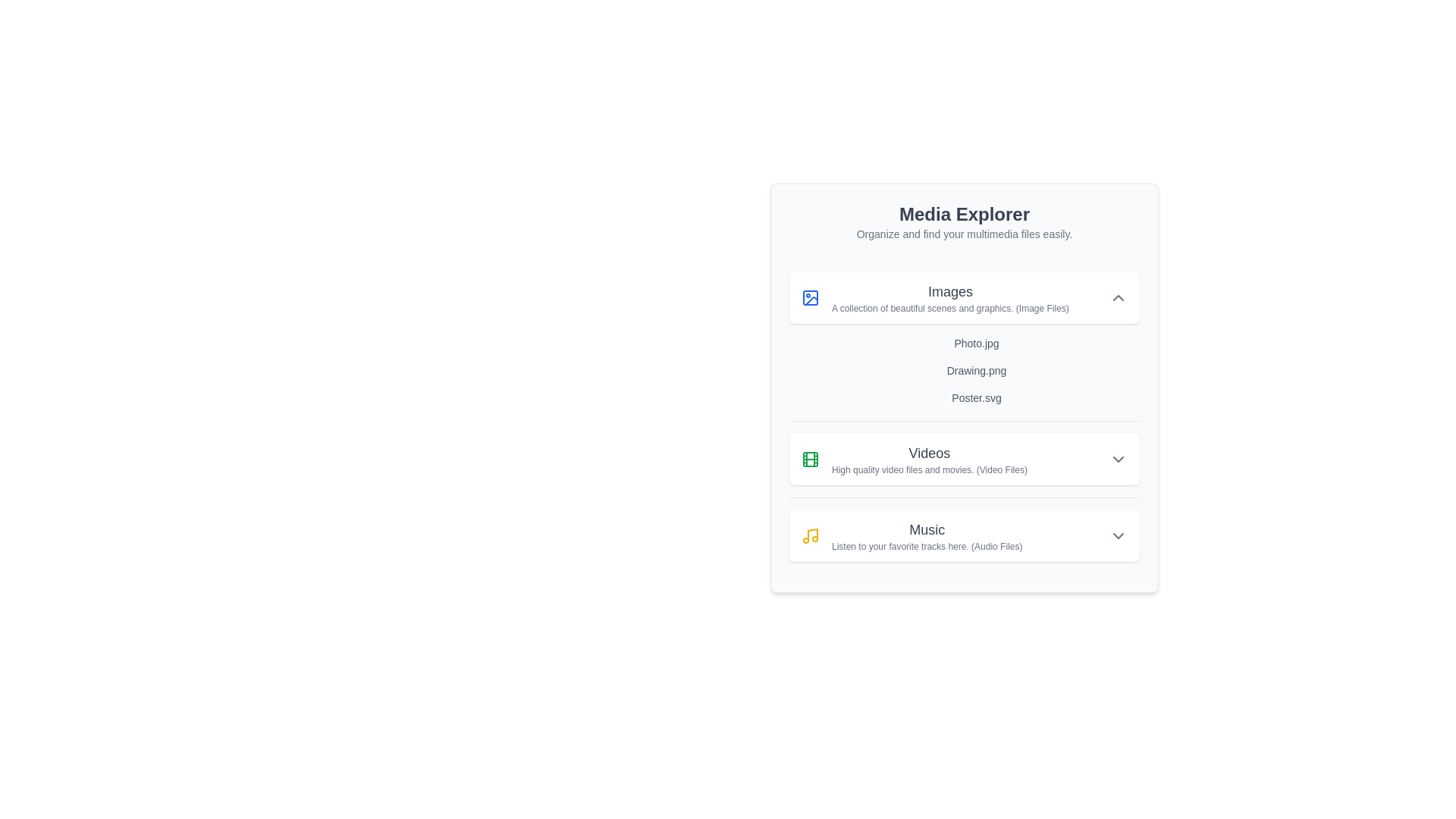 The height and width of the screenshot is (819, 1456). Describe the element at coordinates (964, 234) in the screenshot. I see `the static text element containing the description 'Organize and find your multimedia files easily.' located below the 'Media Explorer' header` at that location.